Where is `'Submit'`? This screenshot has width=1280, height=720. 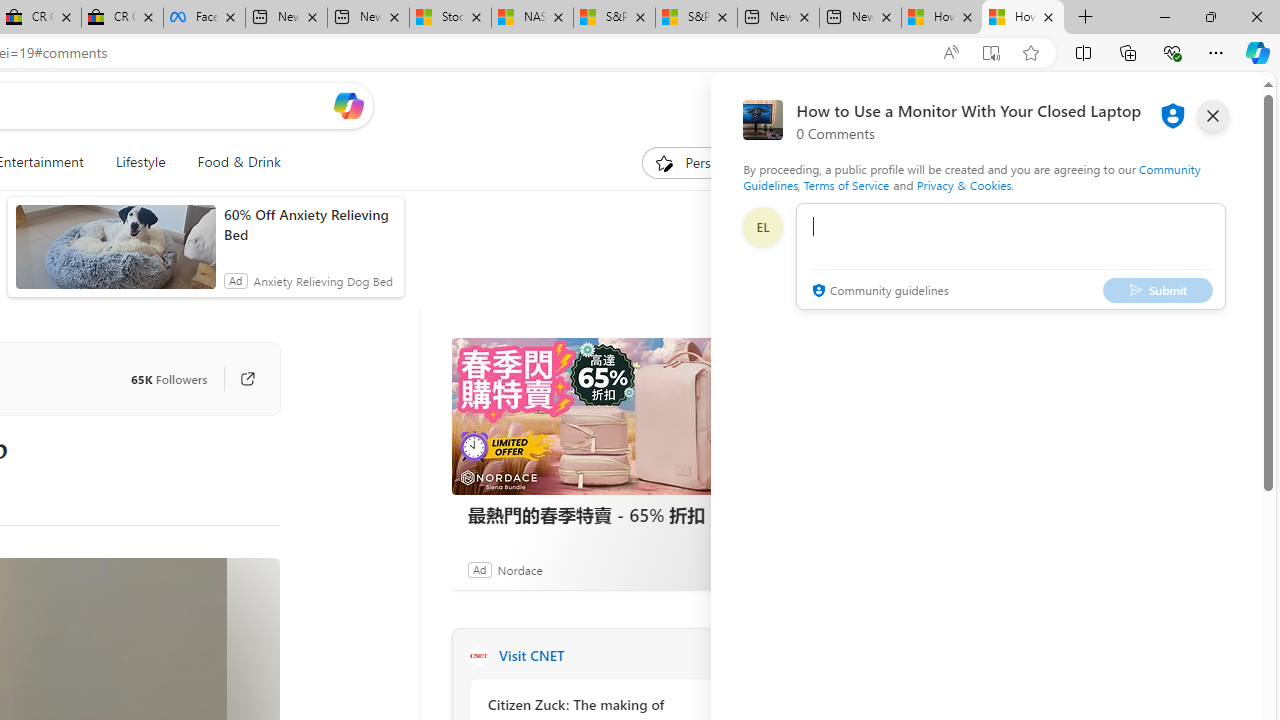 'Submit' is located at coordinates (1158, 290).